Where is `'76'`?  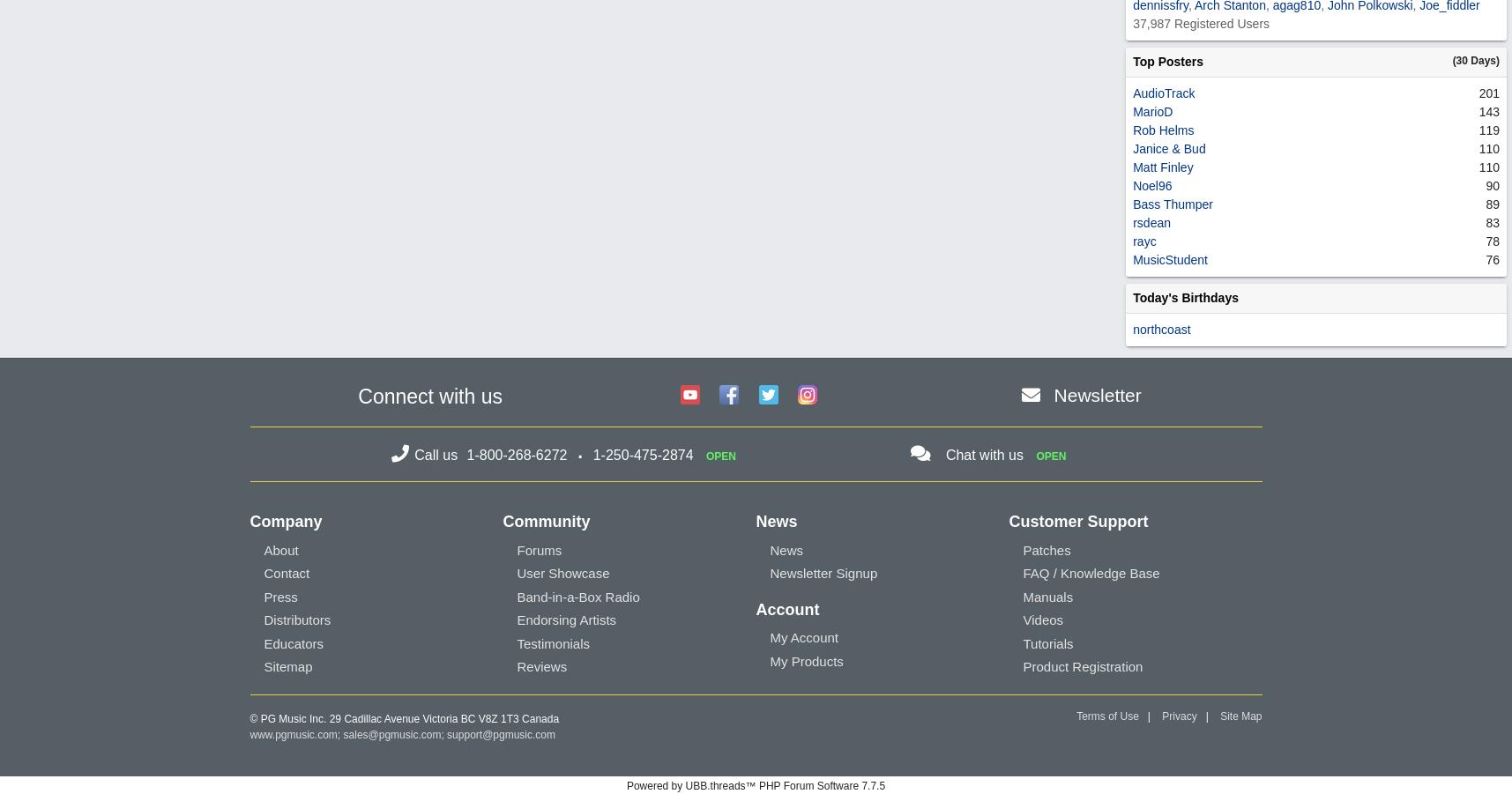
'76' is located at coordinates (1493, 258).